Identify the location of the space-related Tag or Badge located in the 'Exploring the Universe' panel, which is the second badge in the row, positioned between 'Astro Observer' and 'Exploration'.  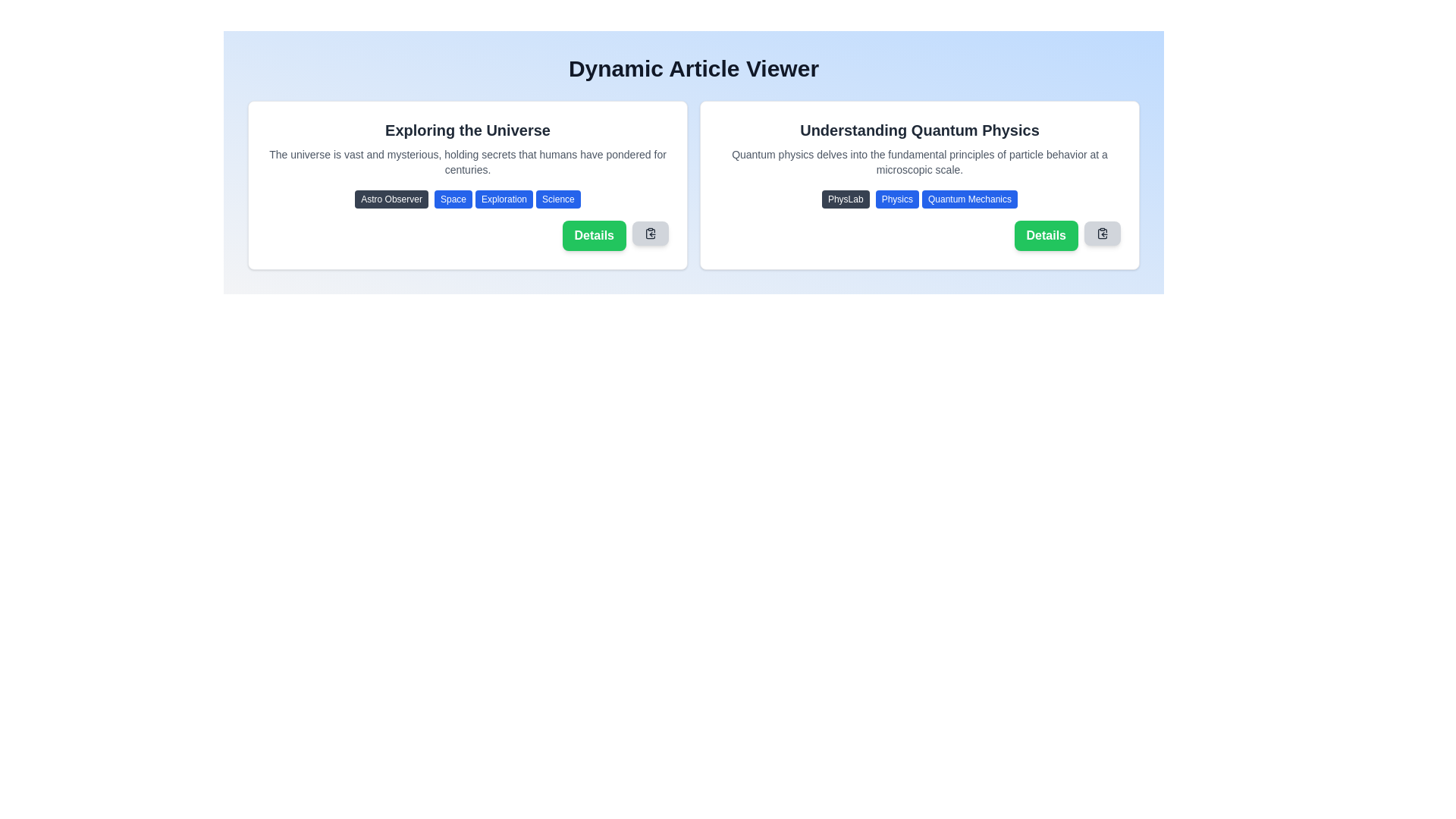
(452, 198).